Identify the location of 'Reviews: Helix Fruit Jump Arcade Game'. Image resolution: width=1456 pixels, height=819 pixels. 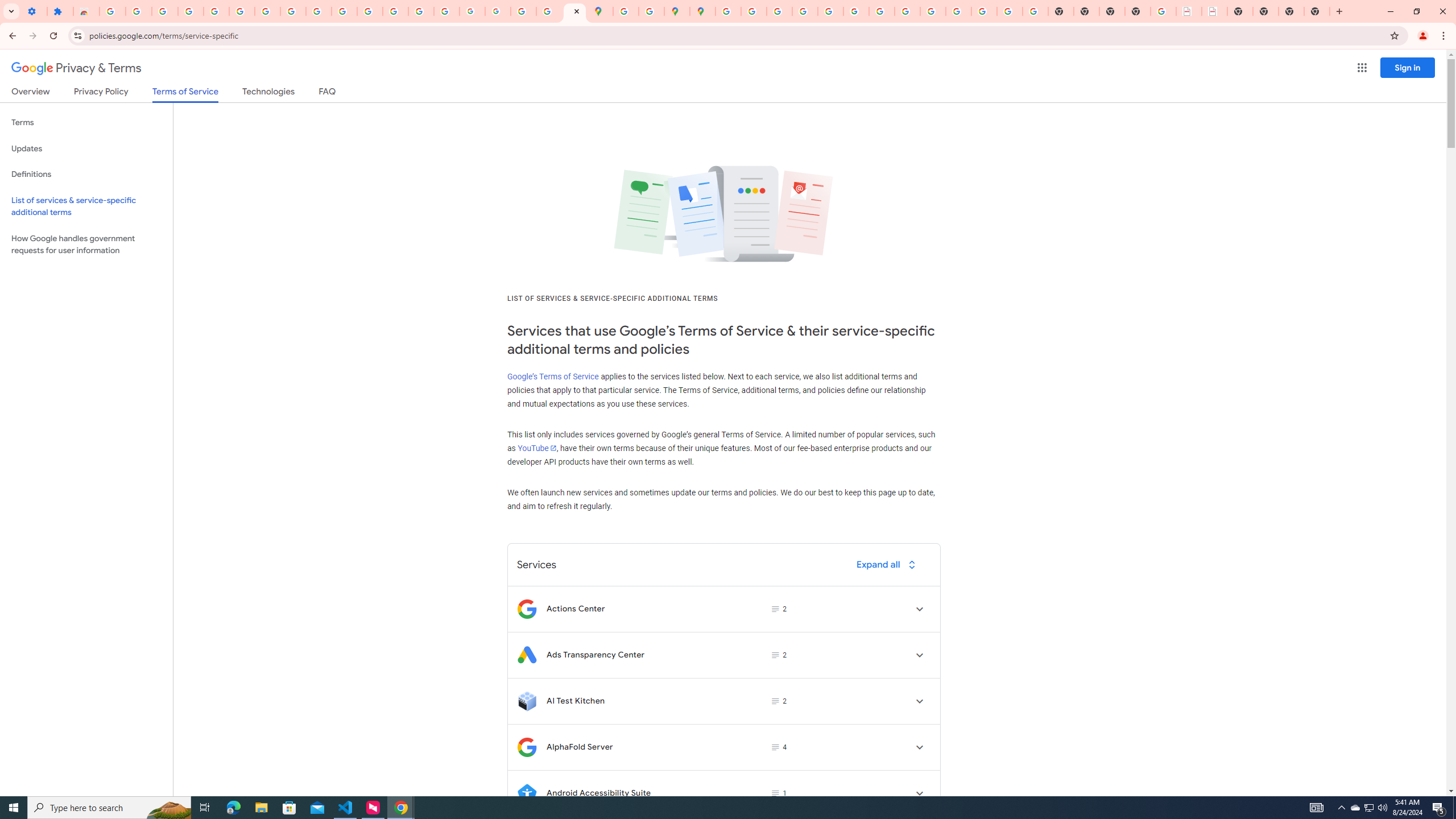
(86, 11).